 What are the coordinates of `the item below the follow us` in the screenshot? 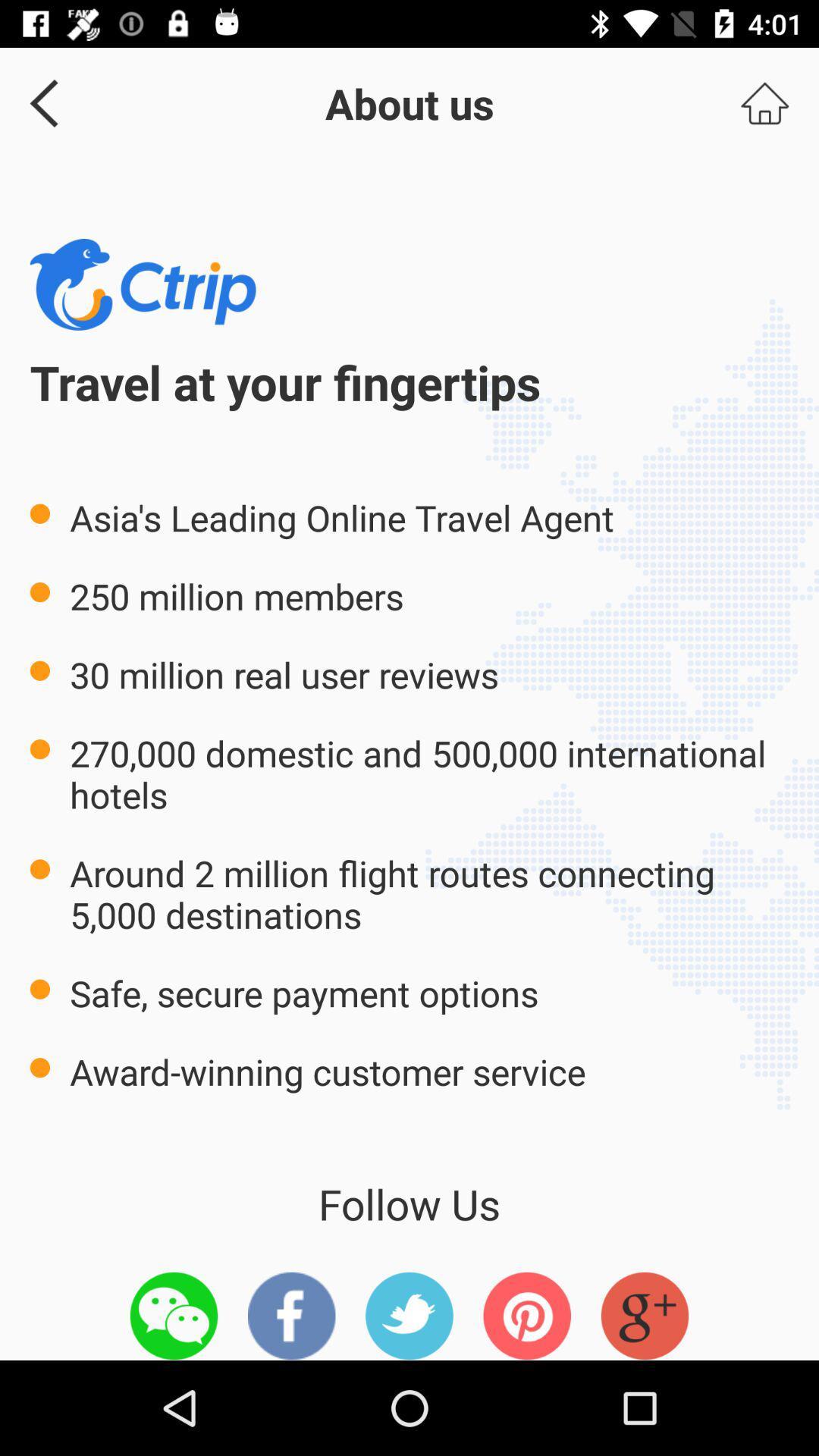 It's located at (526, 1315).